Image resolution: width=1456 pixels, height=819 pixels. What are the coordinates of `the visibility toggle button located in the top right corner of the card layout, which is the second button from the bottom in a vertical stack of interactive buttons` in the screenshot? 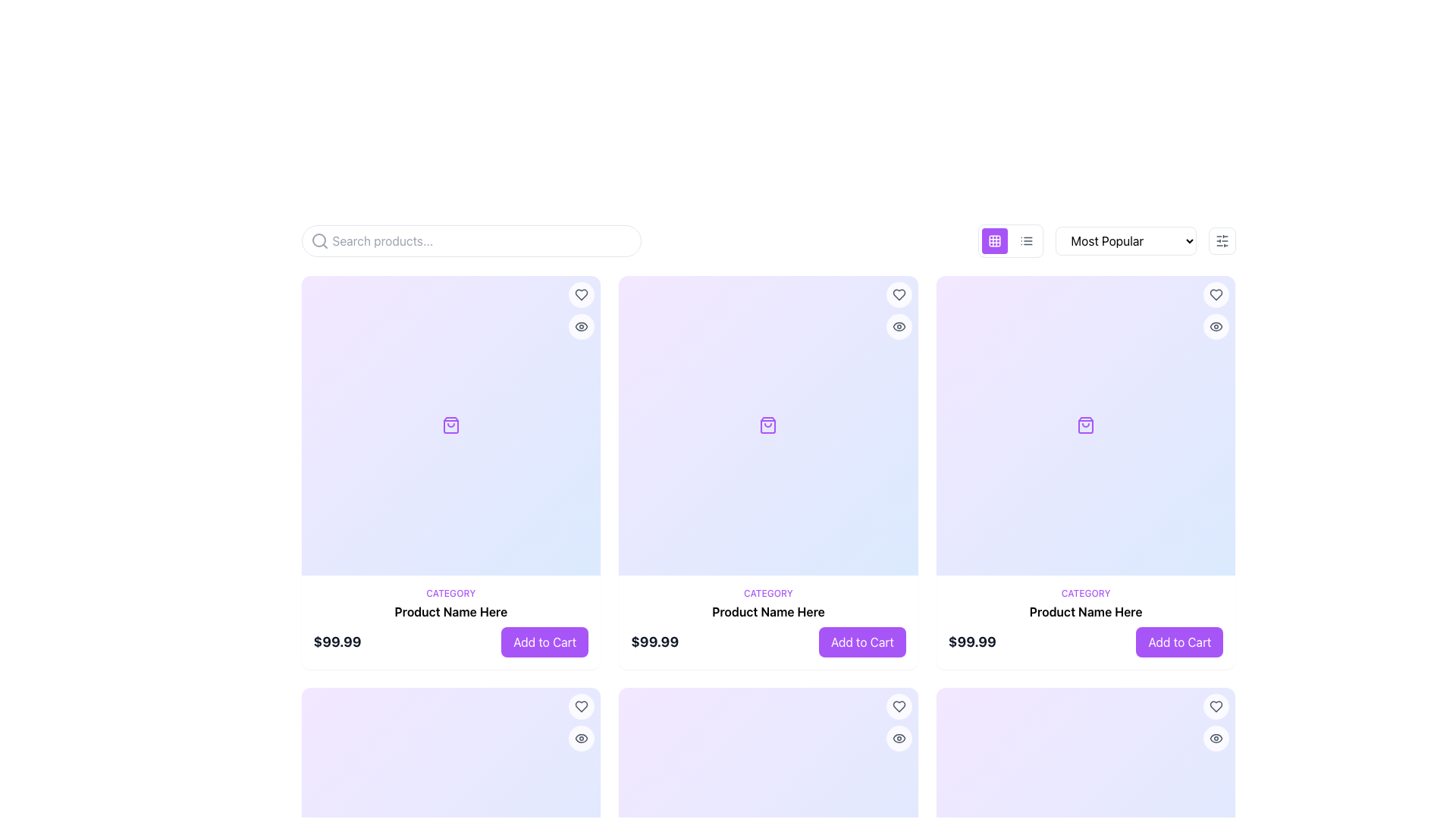 It's located at (899, 737).